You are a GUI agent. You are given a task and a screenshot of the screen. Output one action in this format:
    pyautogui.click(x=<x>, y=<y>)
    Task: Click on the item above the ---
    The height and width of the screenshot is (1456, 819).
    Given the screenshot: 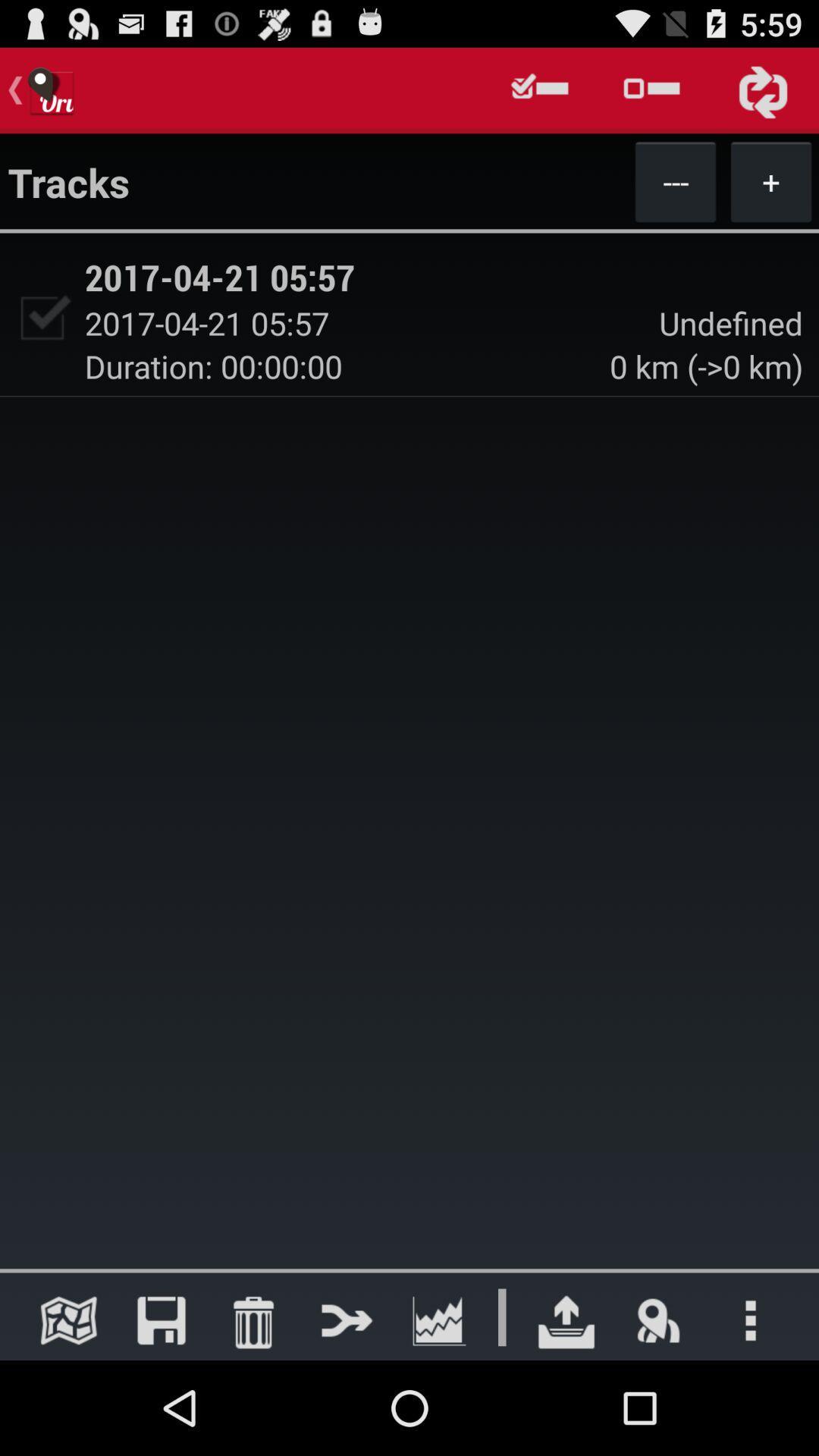 What is the action you would take?
    pyautogui.click(x=651, y=89)
    